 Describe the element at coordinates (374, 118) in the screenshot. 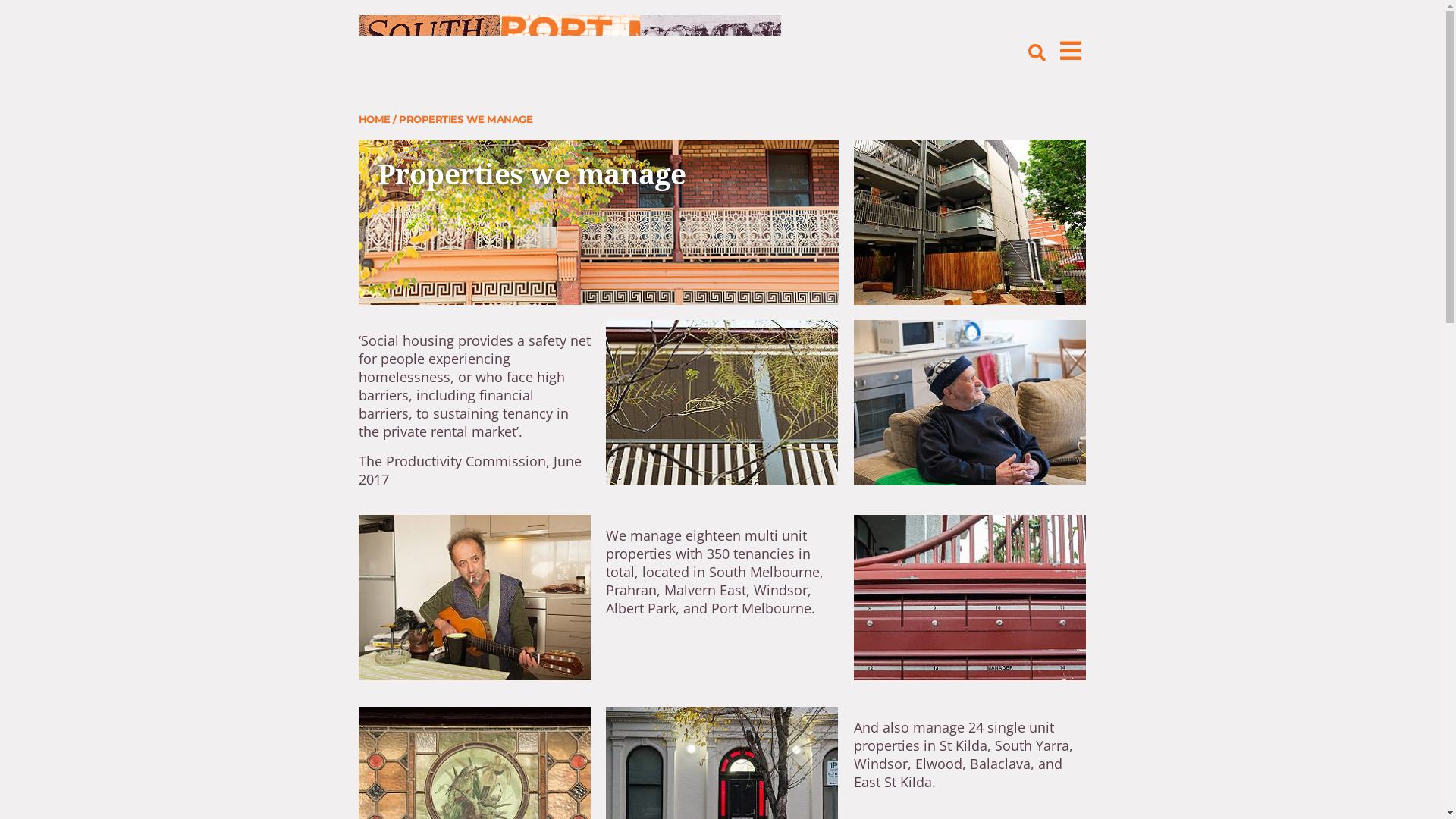

I see `'HOME'` at that location.